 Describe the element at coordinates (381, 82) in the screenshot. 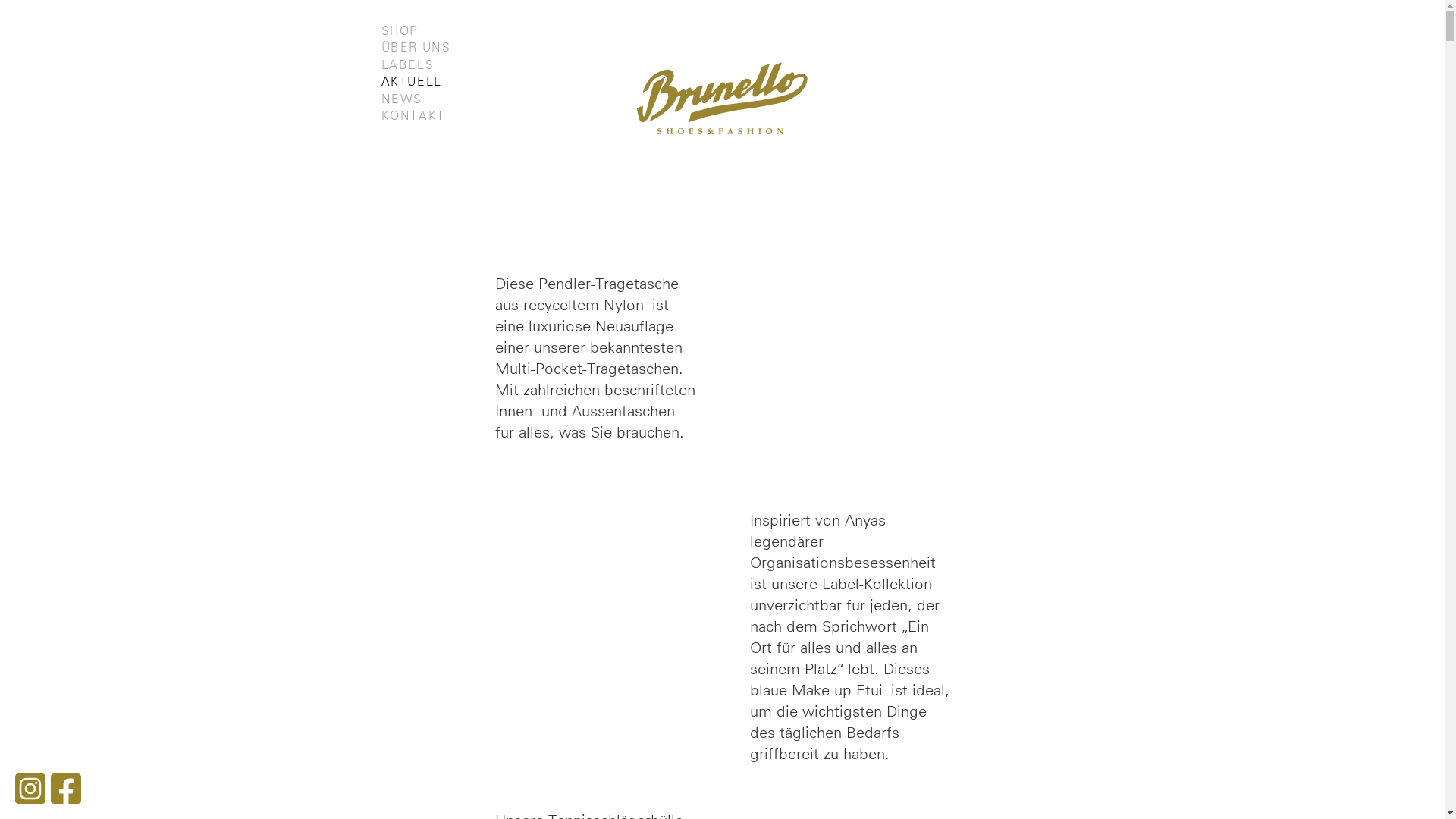

I see `'AKTUELL'` at that location.